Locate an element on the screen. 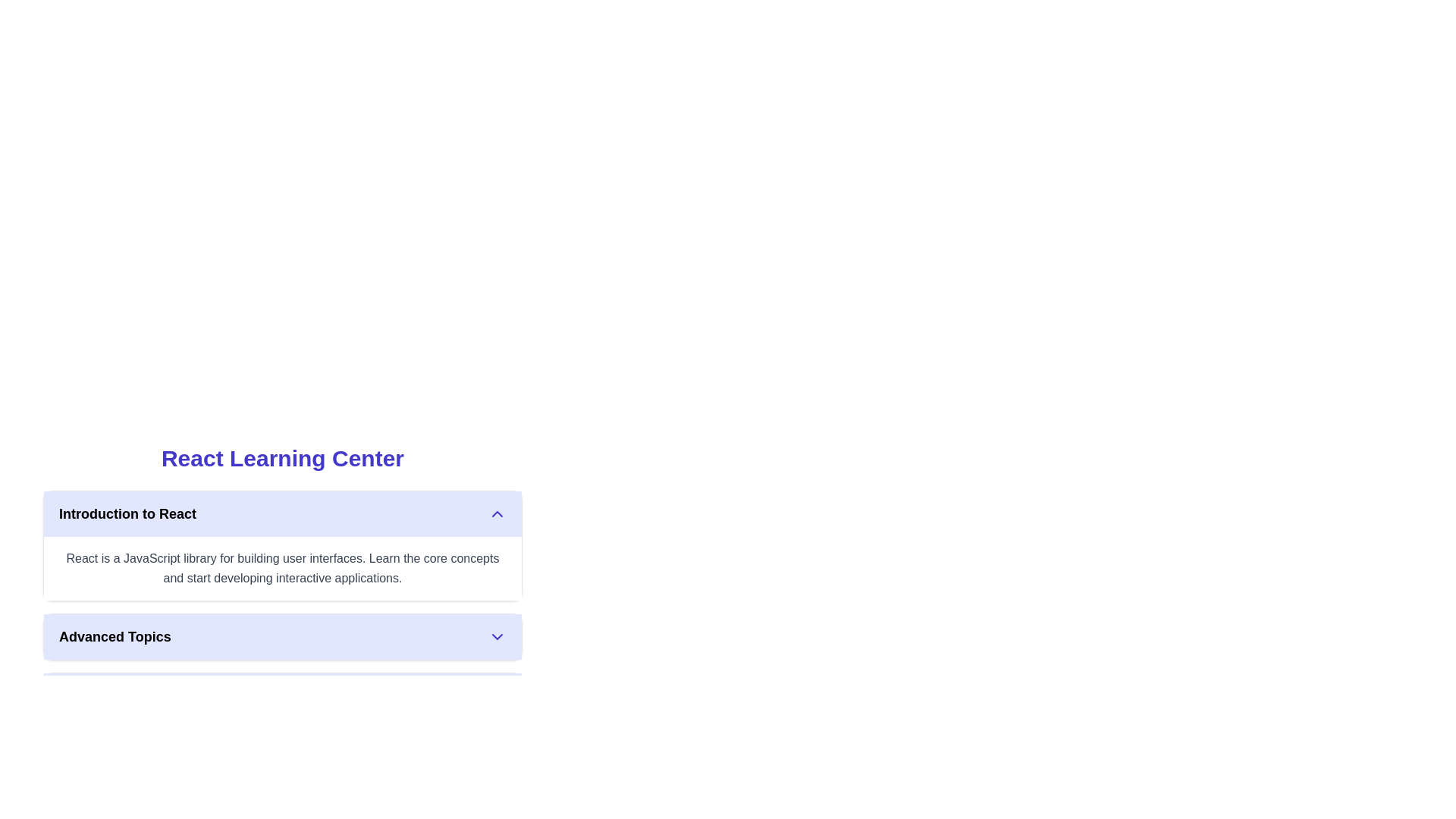 The image size is (1456, 819). the 'Advanced Topics' Text Header is located at coordinates (114, 637).